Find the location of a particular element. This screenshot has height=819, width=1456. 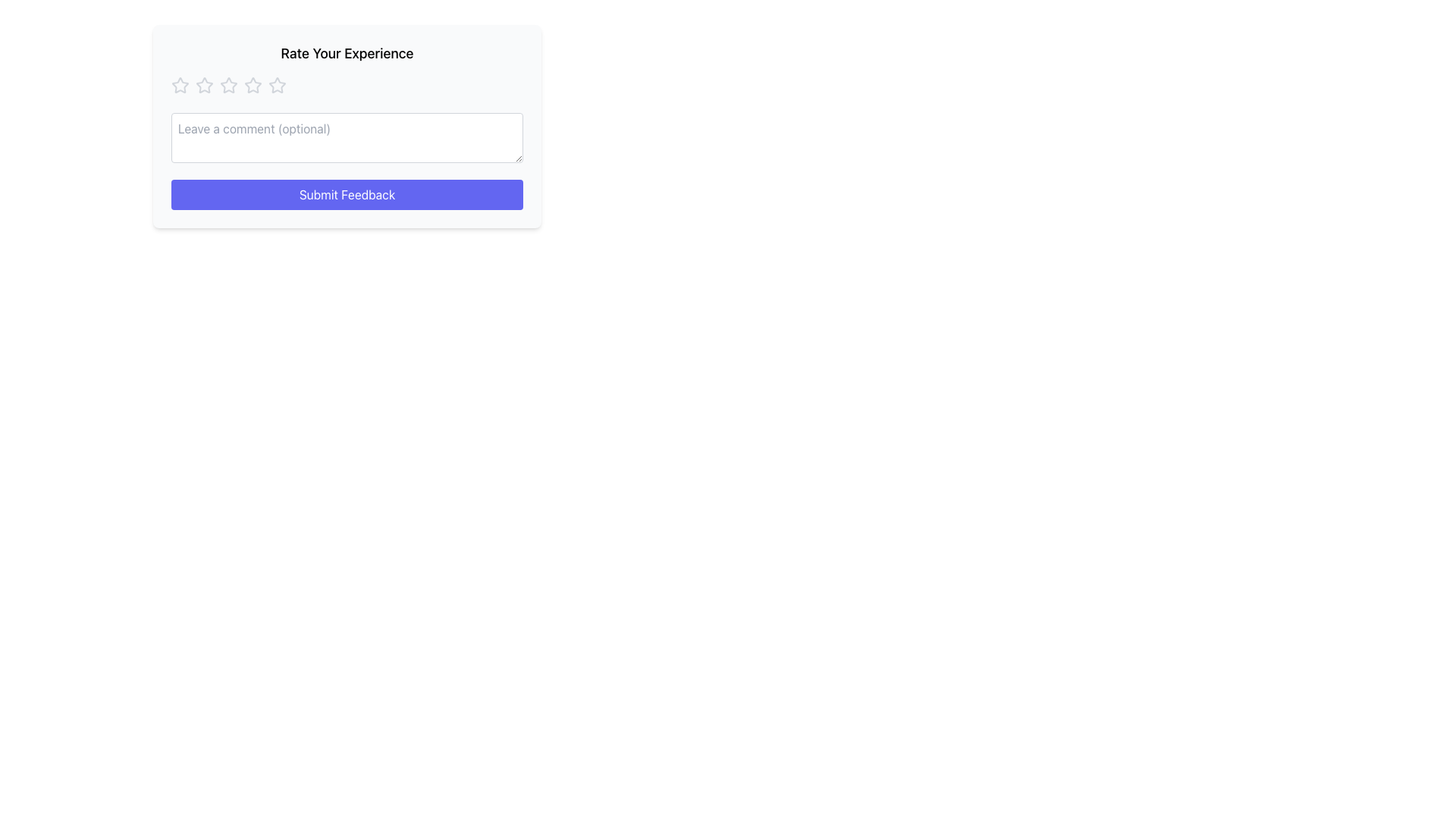

the second star icon in the horizontal array of rating stars is located at coordinates (228, 85).